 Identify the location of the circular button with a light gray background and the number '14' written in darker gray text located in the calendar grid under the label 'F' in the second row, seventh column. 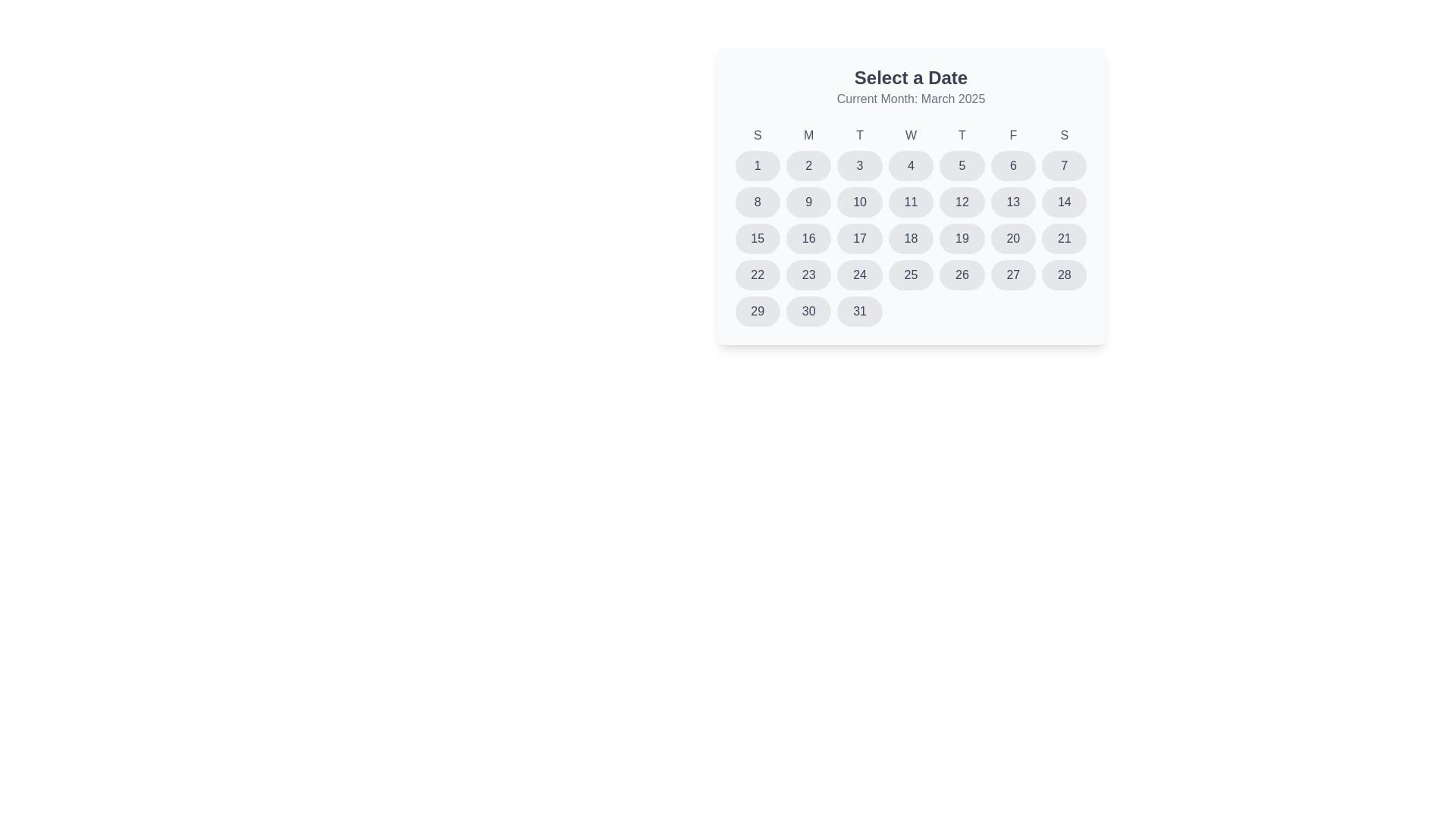
(1063, 201).